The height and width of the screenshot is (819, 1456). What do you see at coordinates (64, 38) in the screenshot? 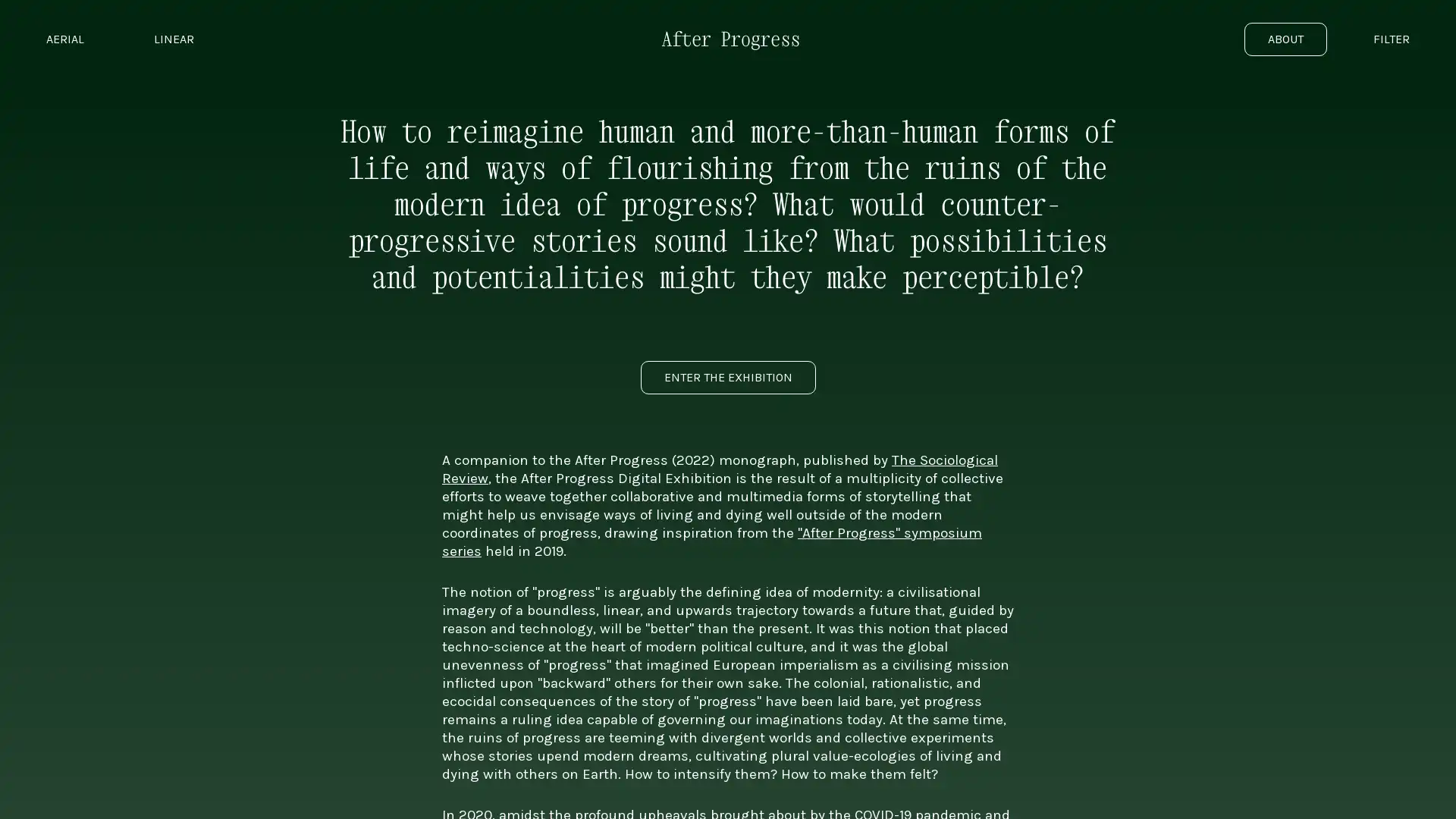
I see `AERIAL` at bounding box center [64, 38].